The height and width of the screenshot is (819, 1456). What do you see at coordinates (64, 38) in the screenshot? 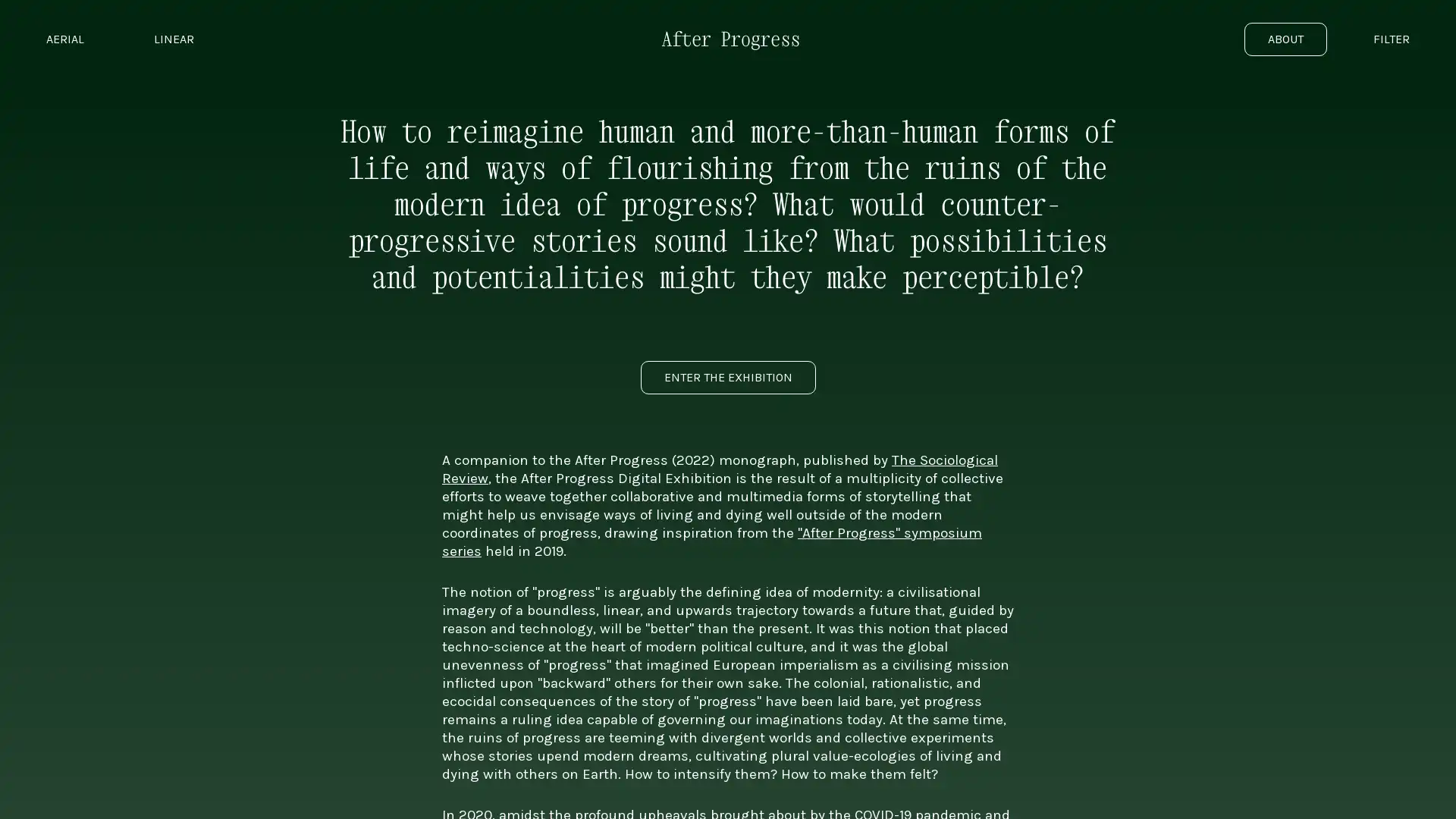
I see `AERIAL` at bounding box center [64, 38].